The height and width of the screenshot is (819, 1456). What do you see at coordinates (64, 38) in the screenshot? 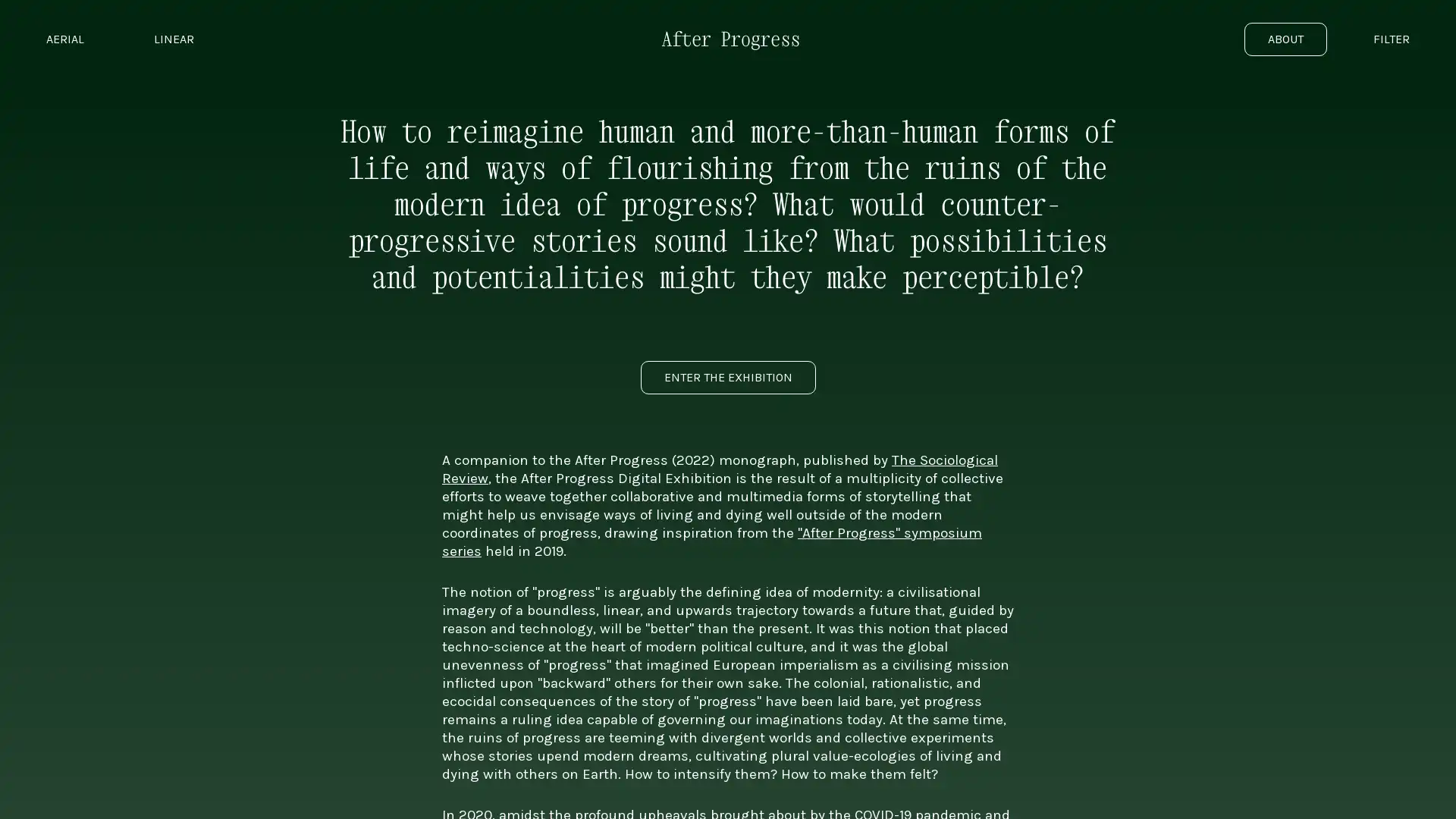
I see `AERIAL` at bounding box center [64, 38].